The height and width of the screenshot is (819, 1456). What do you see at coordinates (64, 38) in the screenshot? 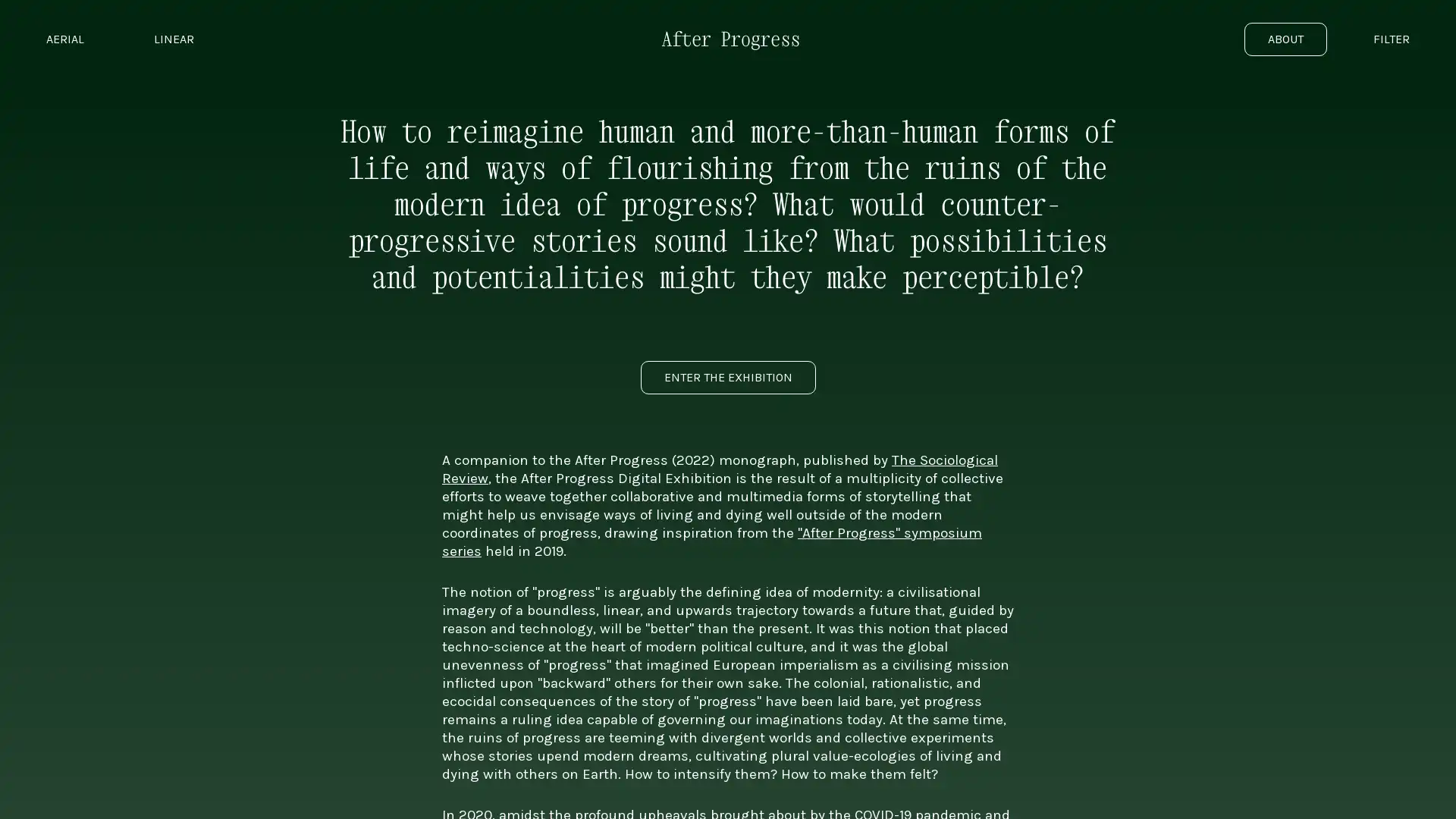
I see `AERIAL` at bounding box center [64, 38].